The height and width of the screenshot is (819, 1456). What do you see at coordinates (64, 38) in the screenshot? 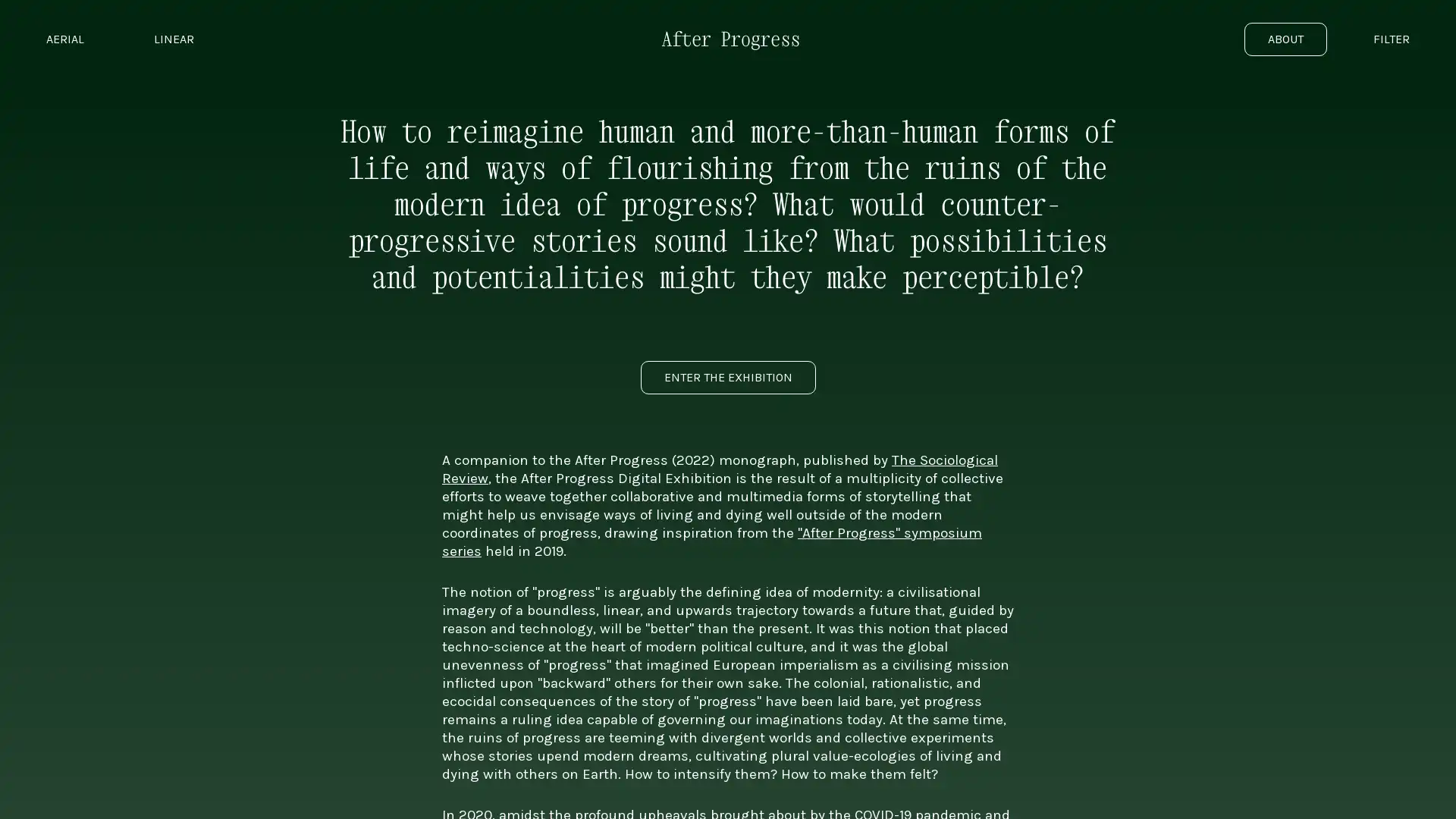
I see `AERIAL` at bounding box center [64, 38].